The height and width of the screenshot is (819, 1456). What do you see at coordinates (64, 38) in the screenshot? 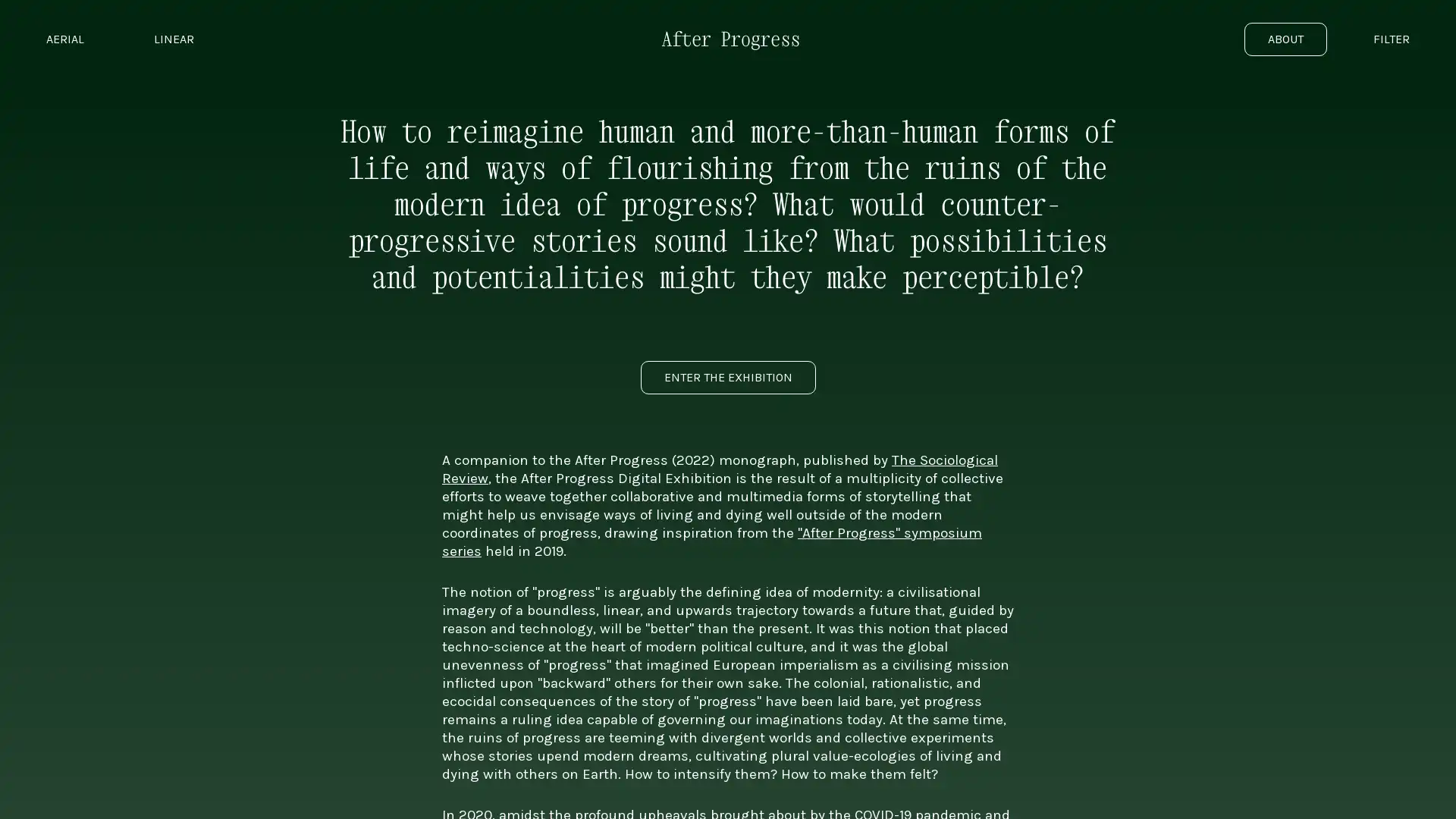
I see `AERIAL` at bounding box center [64, 38].